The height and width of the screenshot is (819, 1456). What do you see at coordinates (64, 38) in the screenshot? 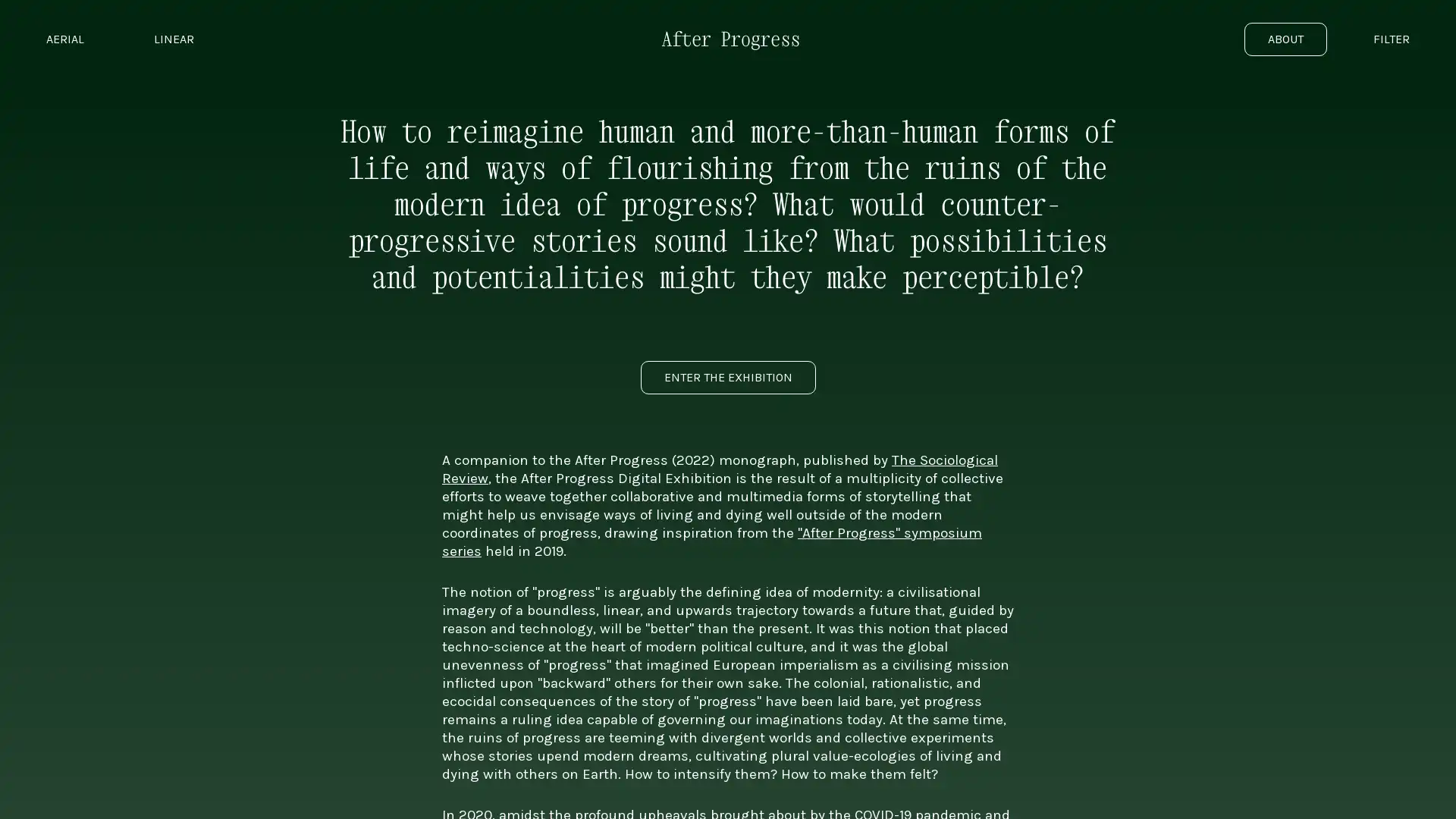
I see `AERIAL` at bounding box center [64, 38].